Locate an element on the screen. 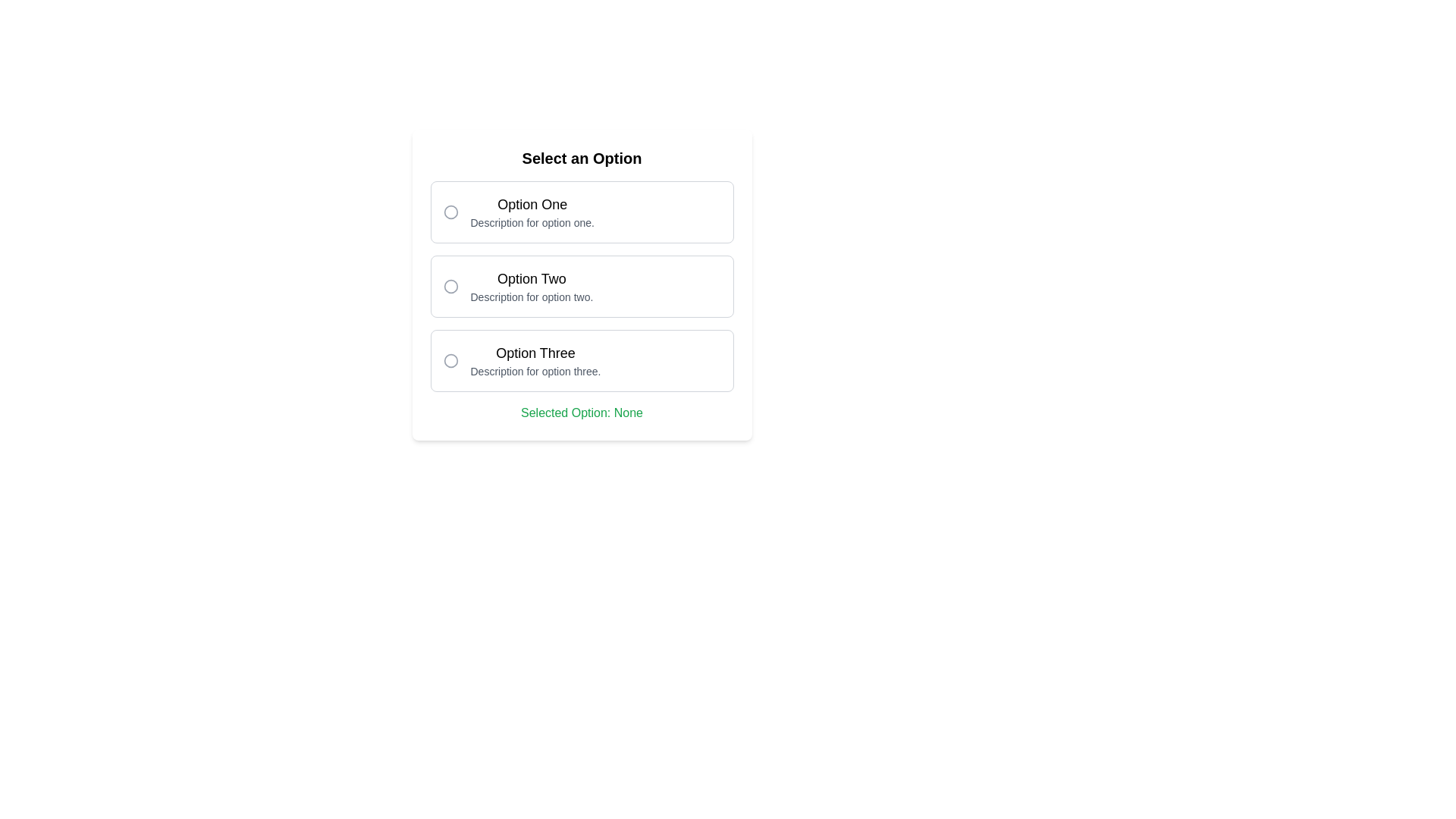 This screenshot has width=1456, height=819. the Text Label that displays the title for the second option labeled 'Option Two' in the list of selectable options is located at coordinates (532, 278).